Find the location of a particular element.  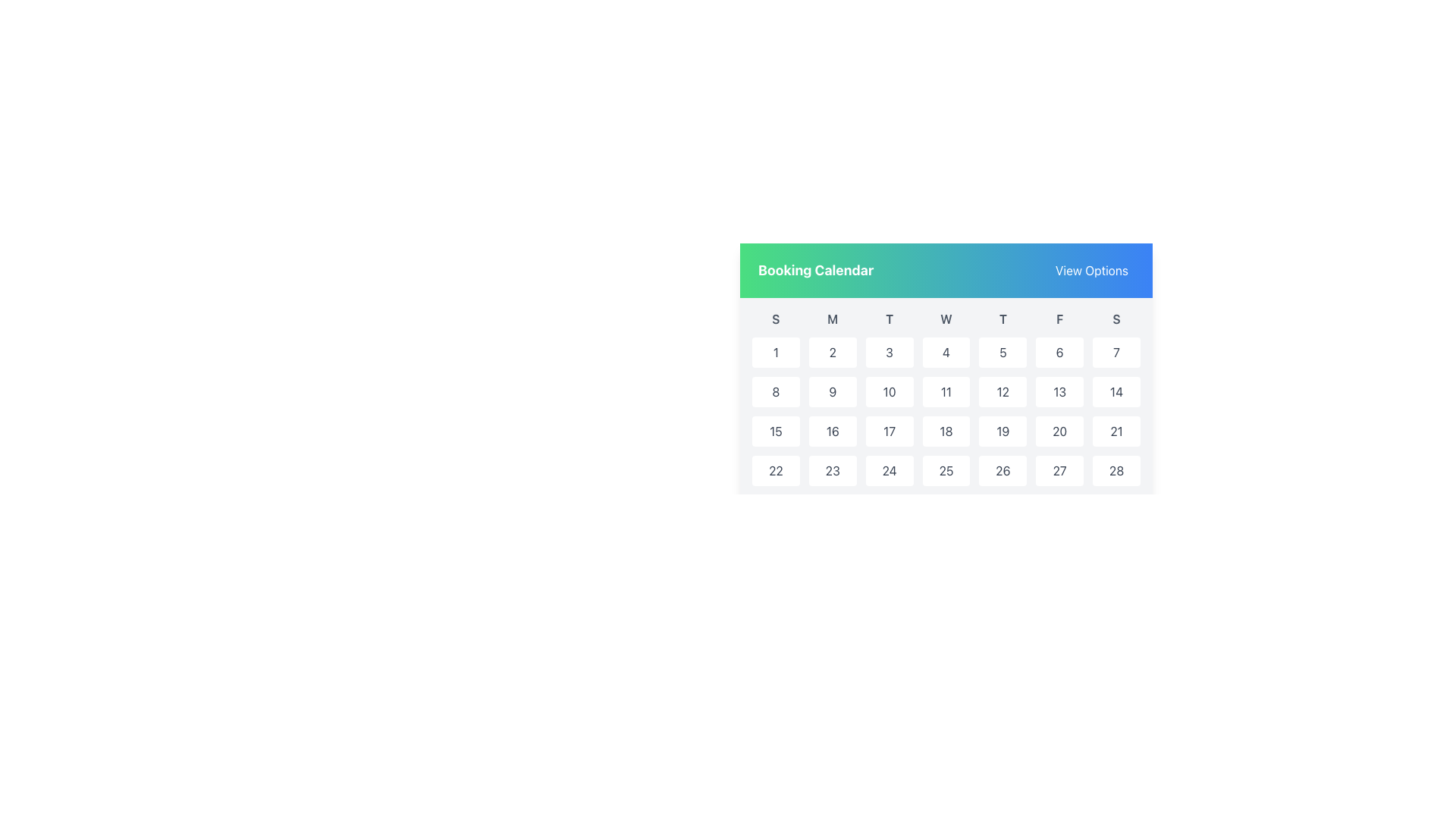

on the date '24' text element within the calendar tile is located at coordinates (890, 470).